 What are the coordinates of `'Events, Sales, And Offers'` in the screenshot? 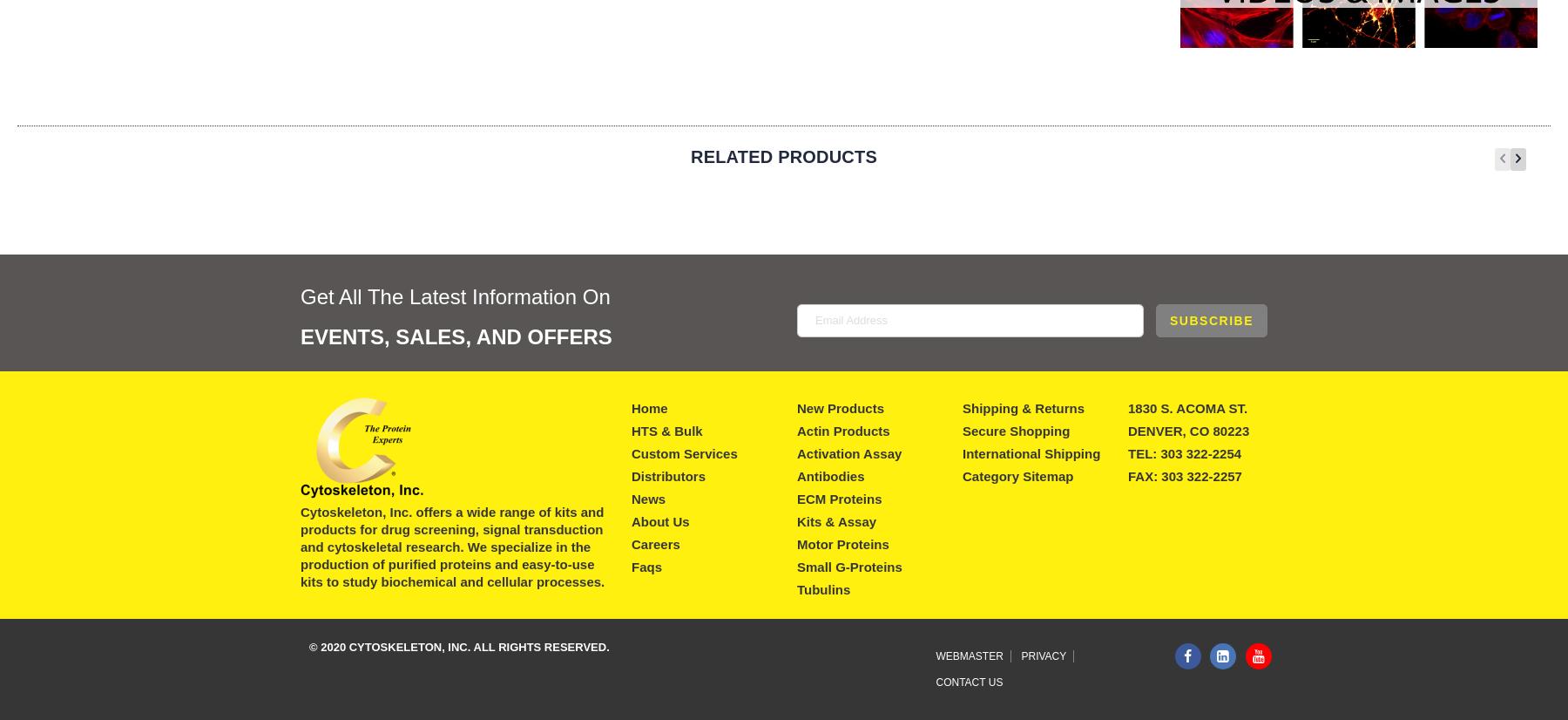 It's located at (455, 336).